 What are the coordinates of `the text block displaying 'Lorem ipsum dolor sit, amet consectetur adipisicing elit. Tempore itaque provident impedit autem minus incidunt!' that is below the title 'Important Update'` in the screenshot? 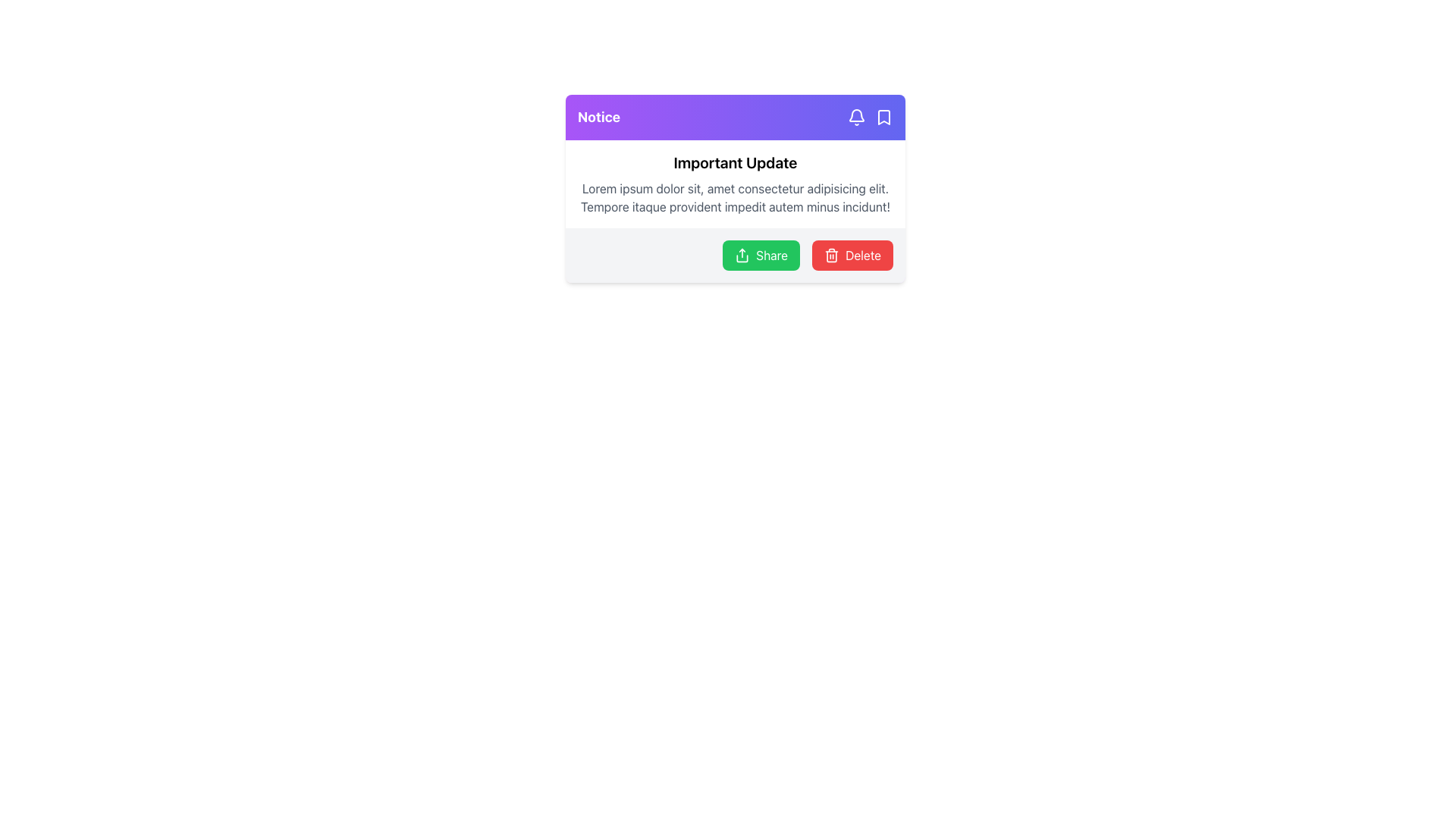 It's located at (735, 197).